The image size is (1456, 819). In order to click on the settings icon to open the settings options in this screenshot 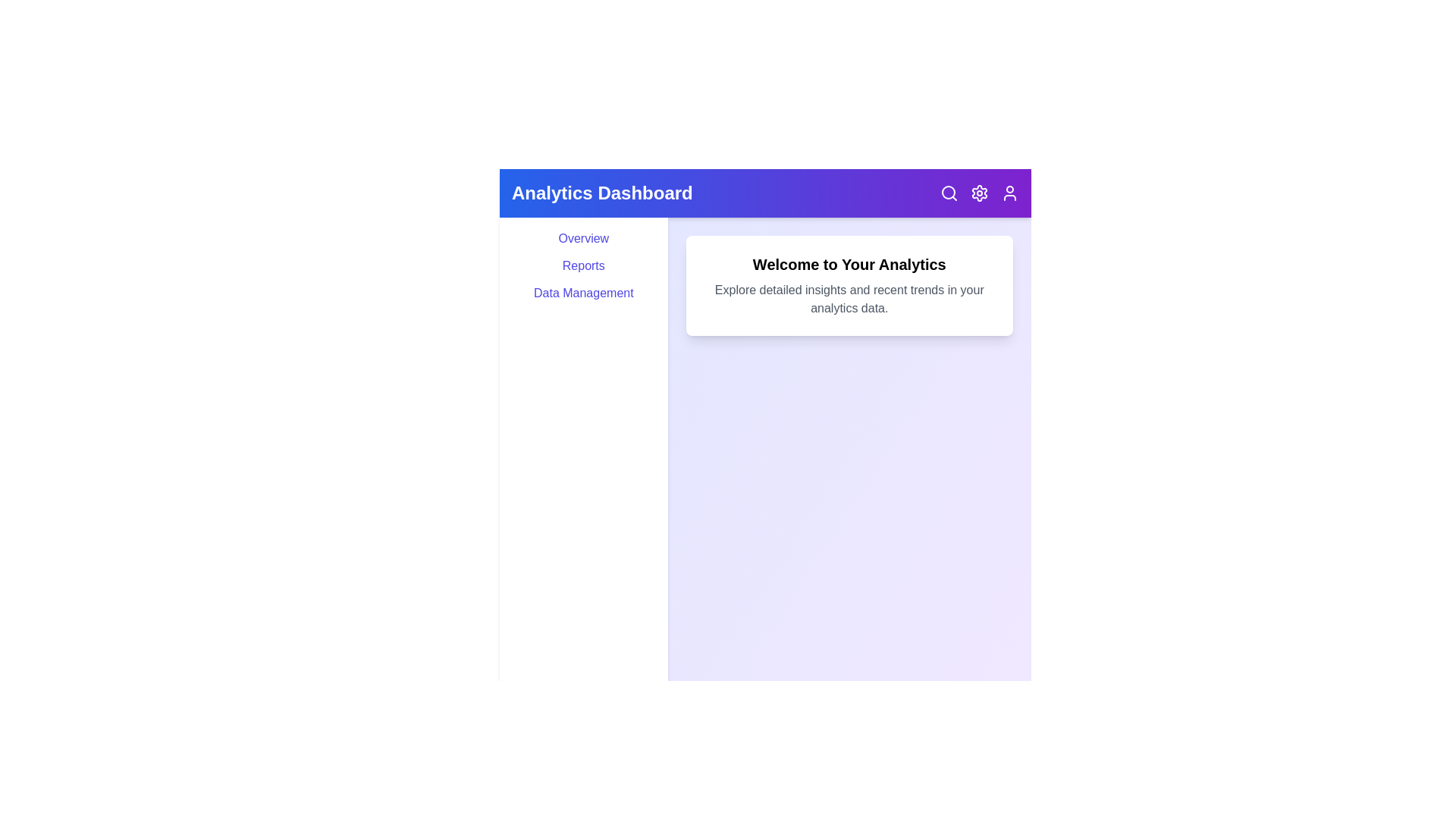, I will do `click(979, 192)`.